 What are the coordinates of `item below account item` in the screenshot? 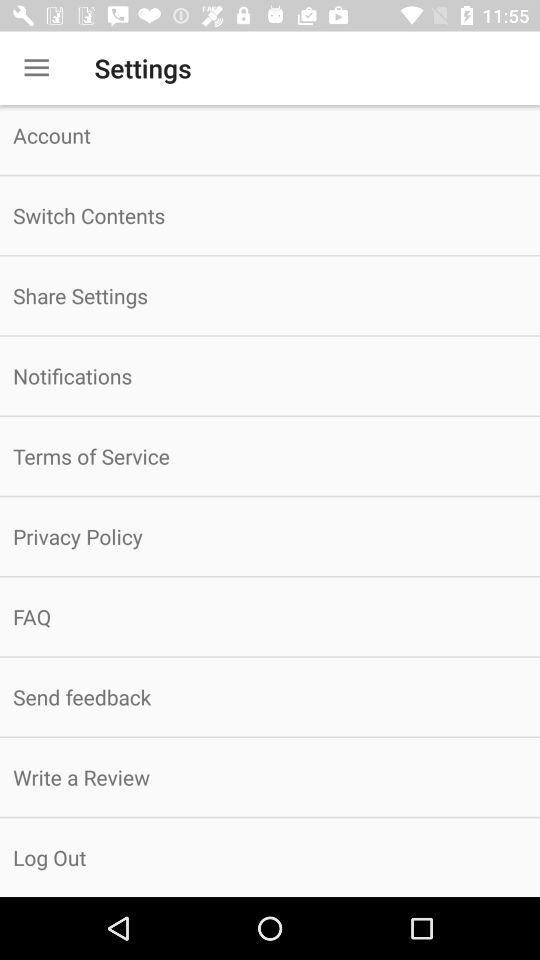 It's located at (270, 215).